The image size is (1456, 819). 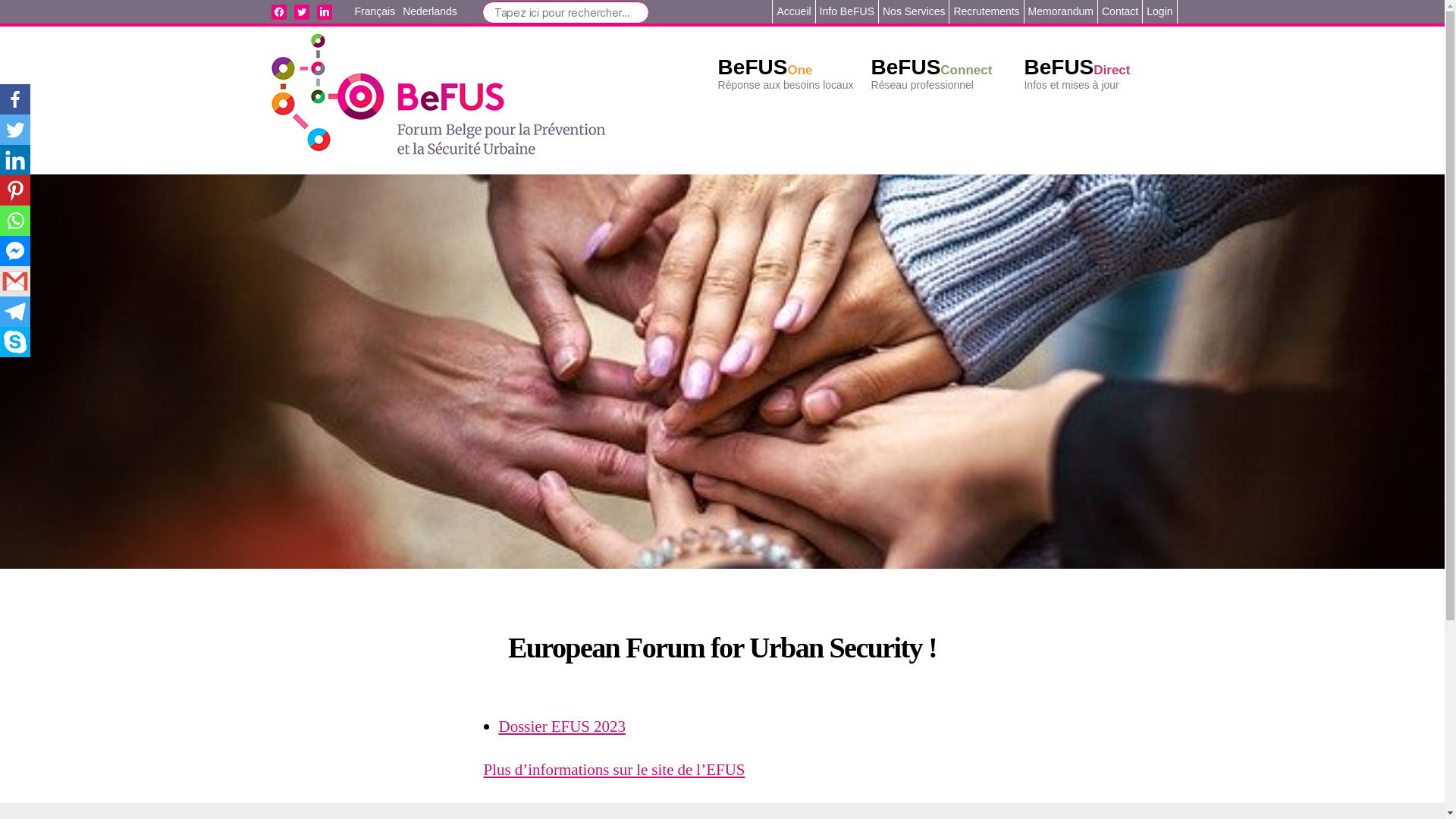 I want to click on 'BeFUSOne', so click(x=765, y=66).